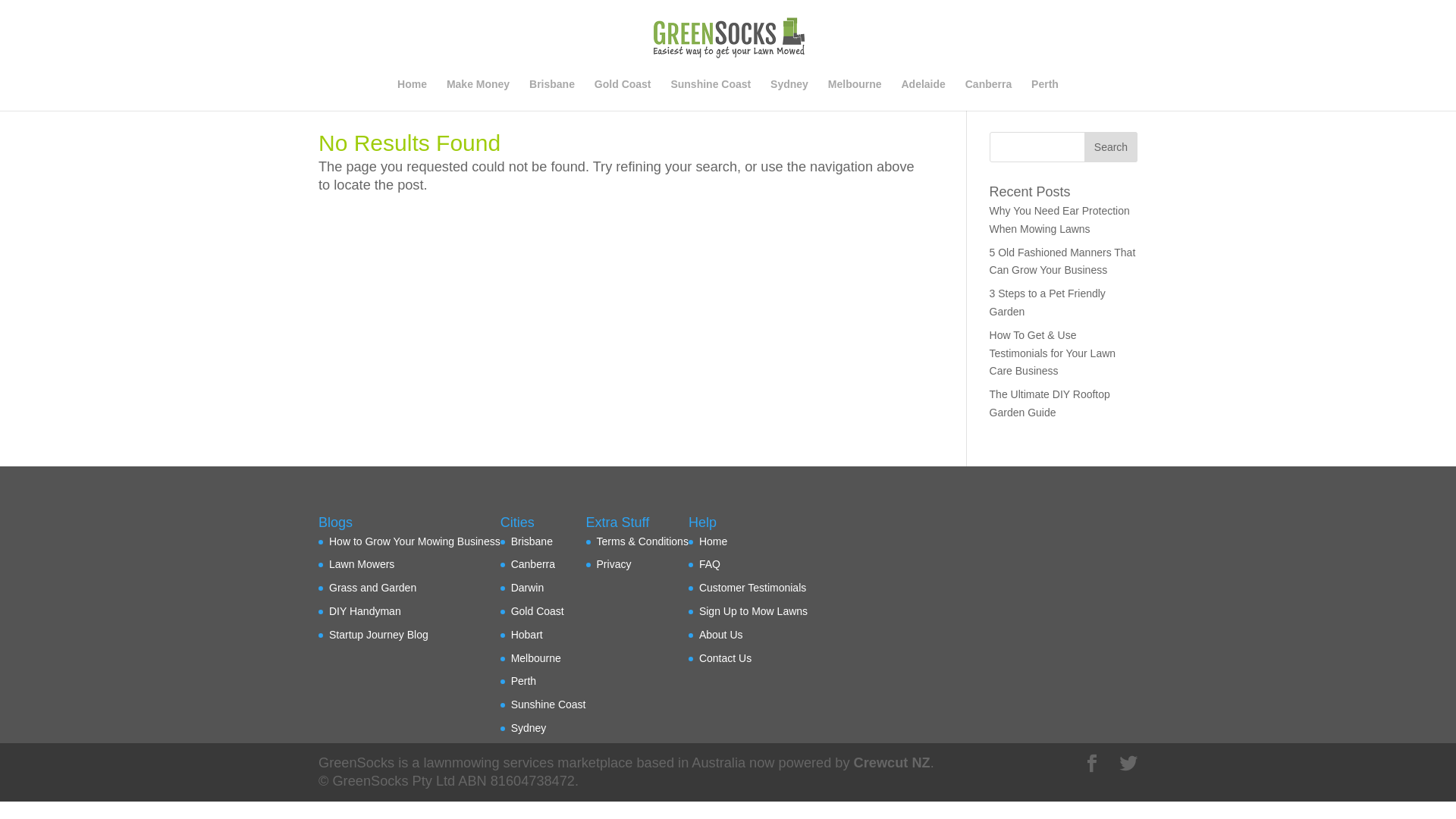 Image resolution: width=1456 pixels, height=819 pixels. I want to click on 'FAQ', so click(709, 564).